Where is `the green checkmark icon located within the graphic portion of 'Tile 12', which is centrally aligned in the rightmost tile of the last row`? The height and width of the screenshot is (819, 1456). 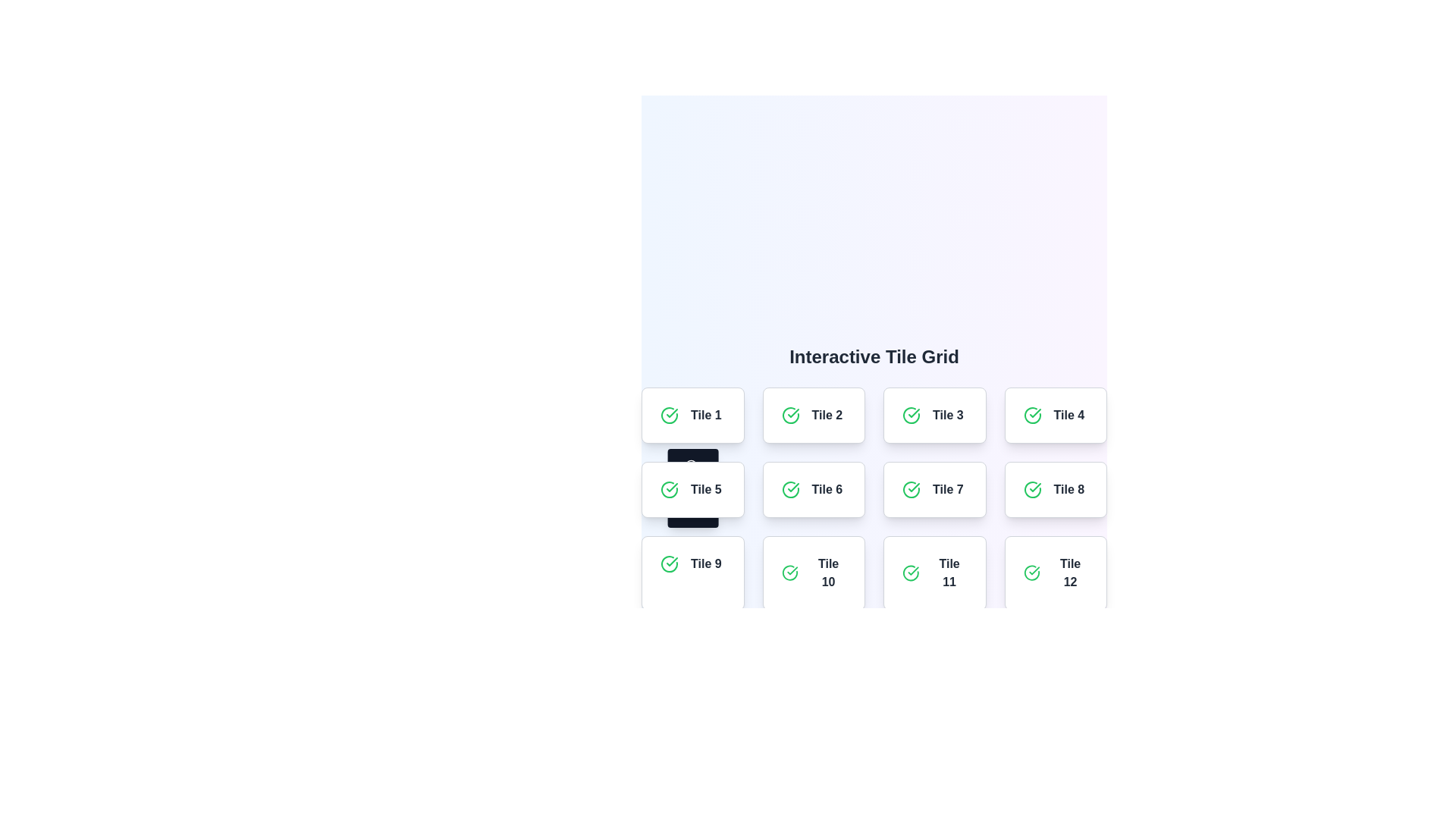 the green checkmark icon located within the graphic portion of 'Tile 12', which is centrally aligned in the rightmost tile of the last row is located at coordinates (1034, 571).